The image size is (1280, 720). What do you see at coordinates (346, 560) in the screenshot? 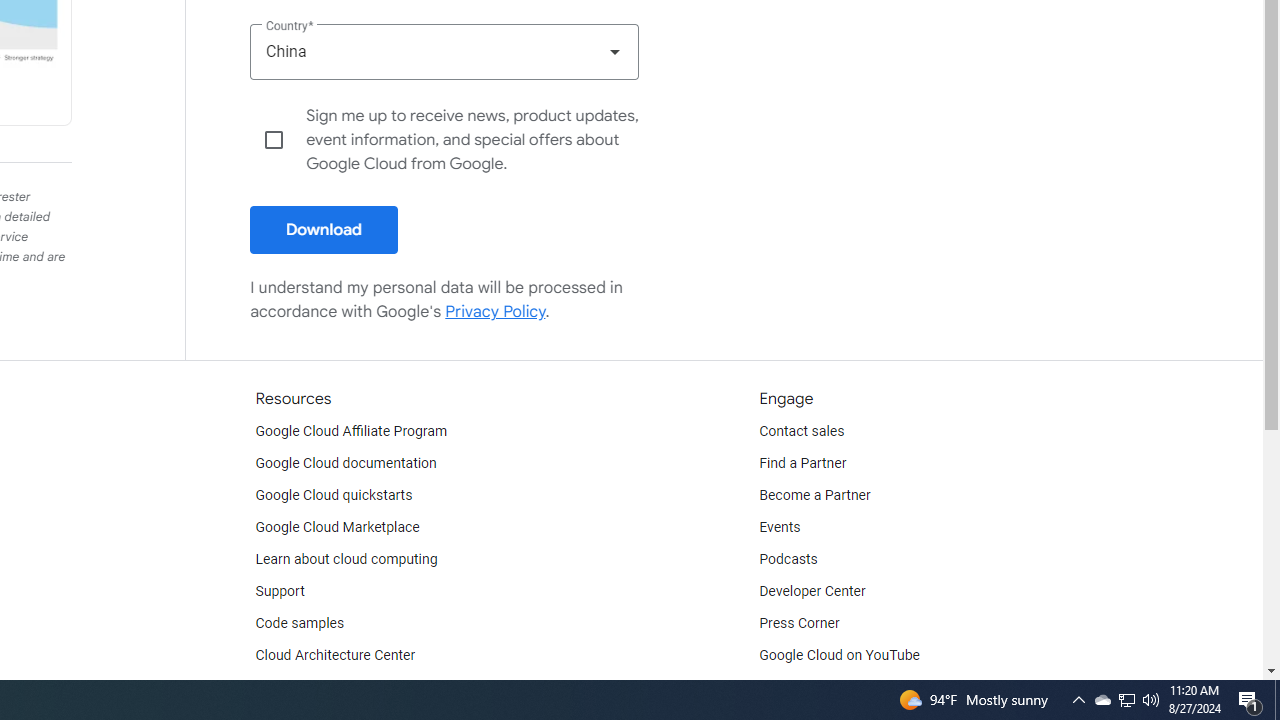
I see `'Learn about cloud computing'` at bounding box center [346, 560].